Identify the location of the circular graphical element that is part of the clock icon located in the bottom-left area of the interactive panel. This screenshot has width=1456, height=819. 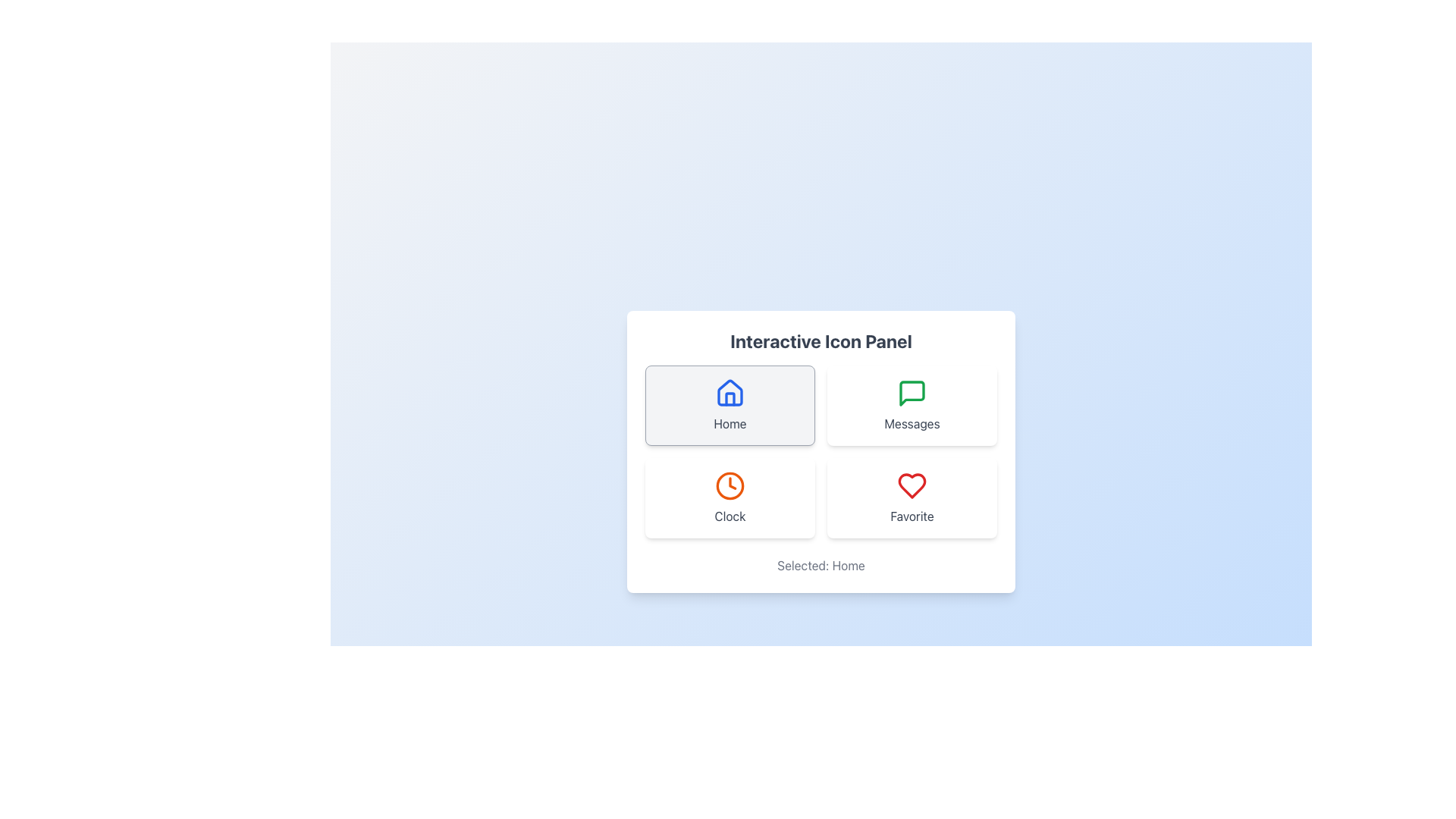
(730, 485).